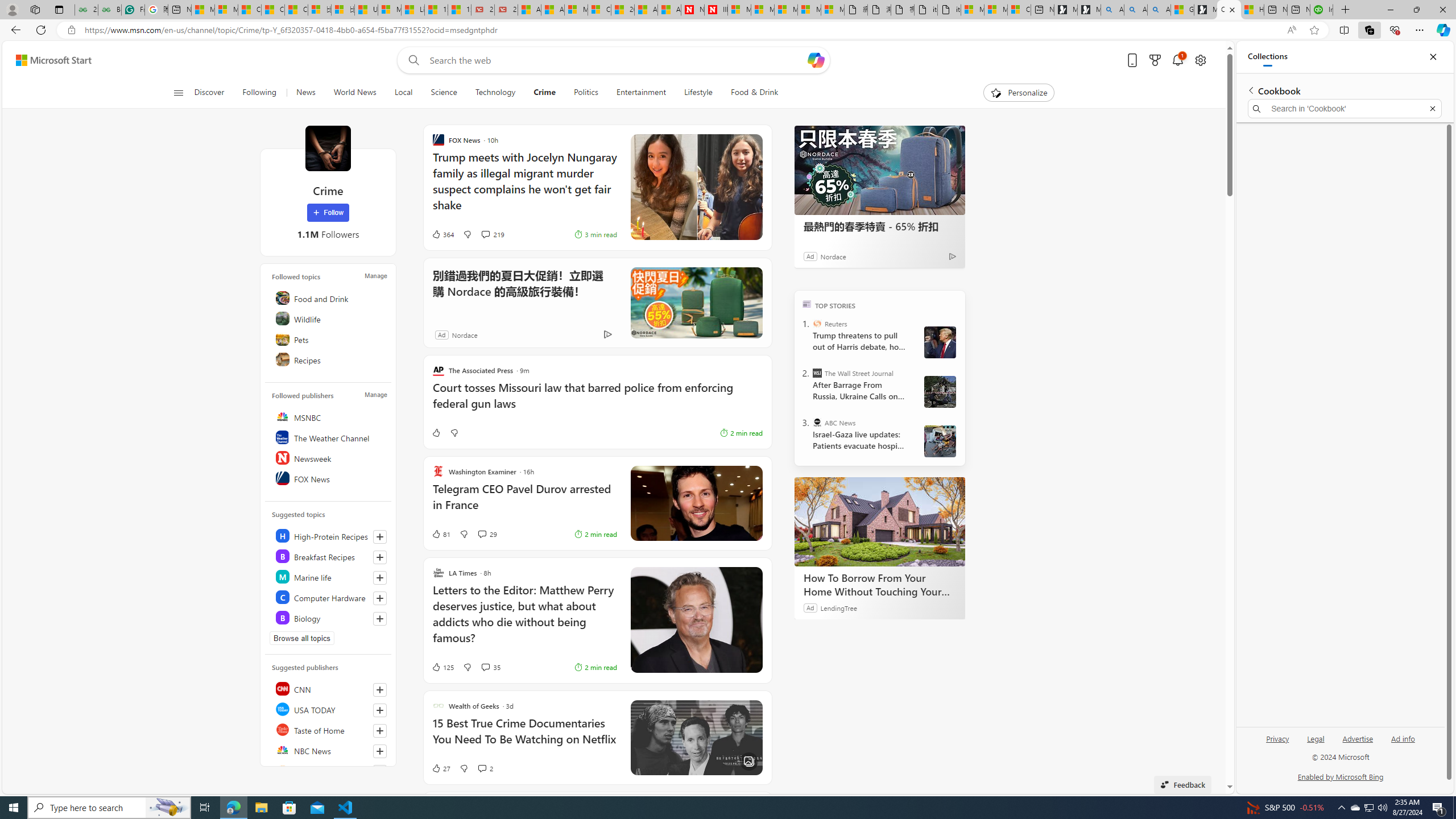  Describe the element at coordinates (715, 9) in the screenshot. I see `'Illness news & latest pictures from Newsweek.com'` at that location.